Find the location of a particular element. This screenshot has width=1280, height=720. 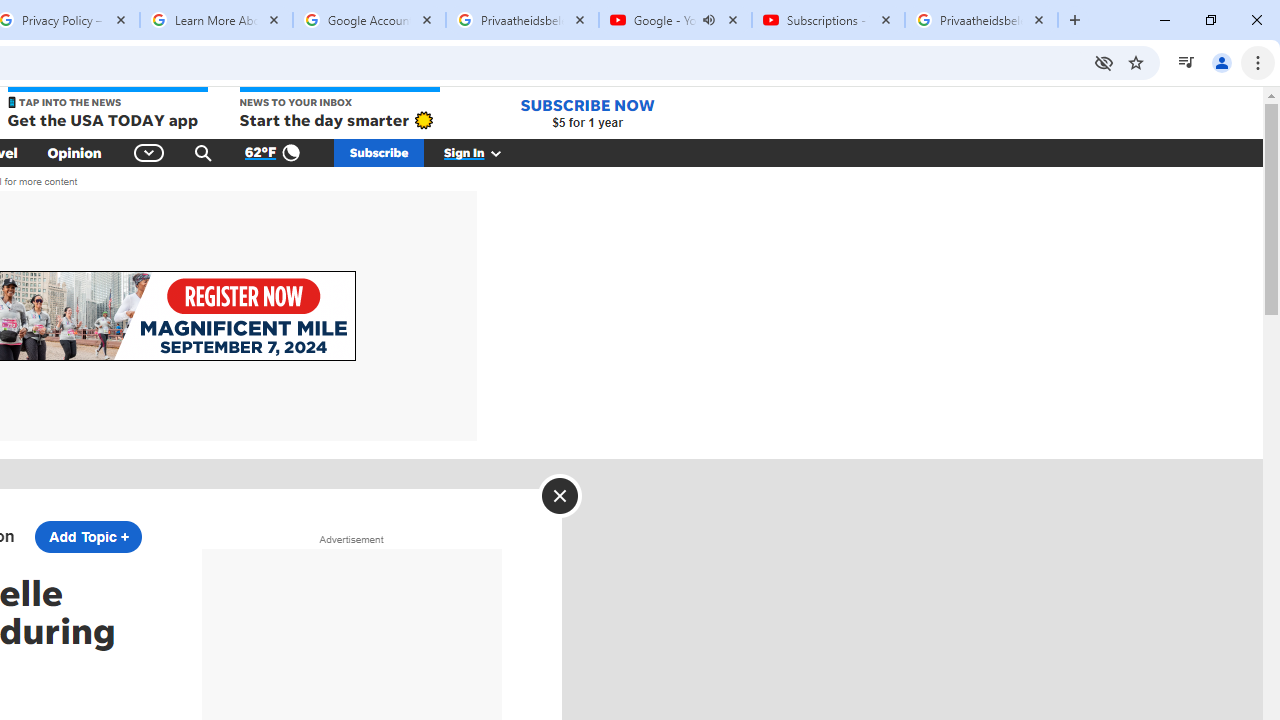

'Sign In' is located at coordinates (483, 152).